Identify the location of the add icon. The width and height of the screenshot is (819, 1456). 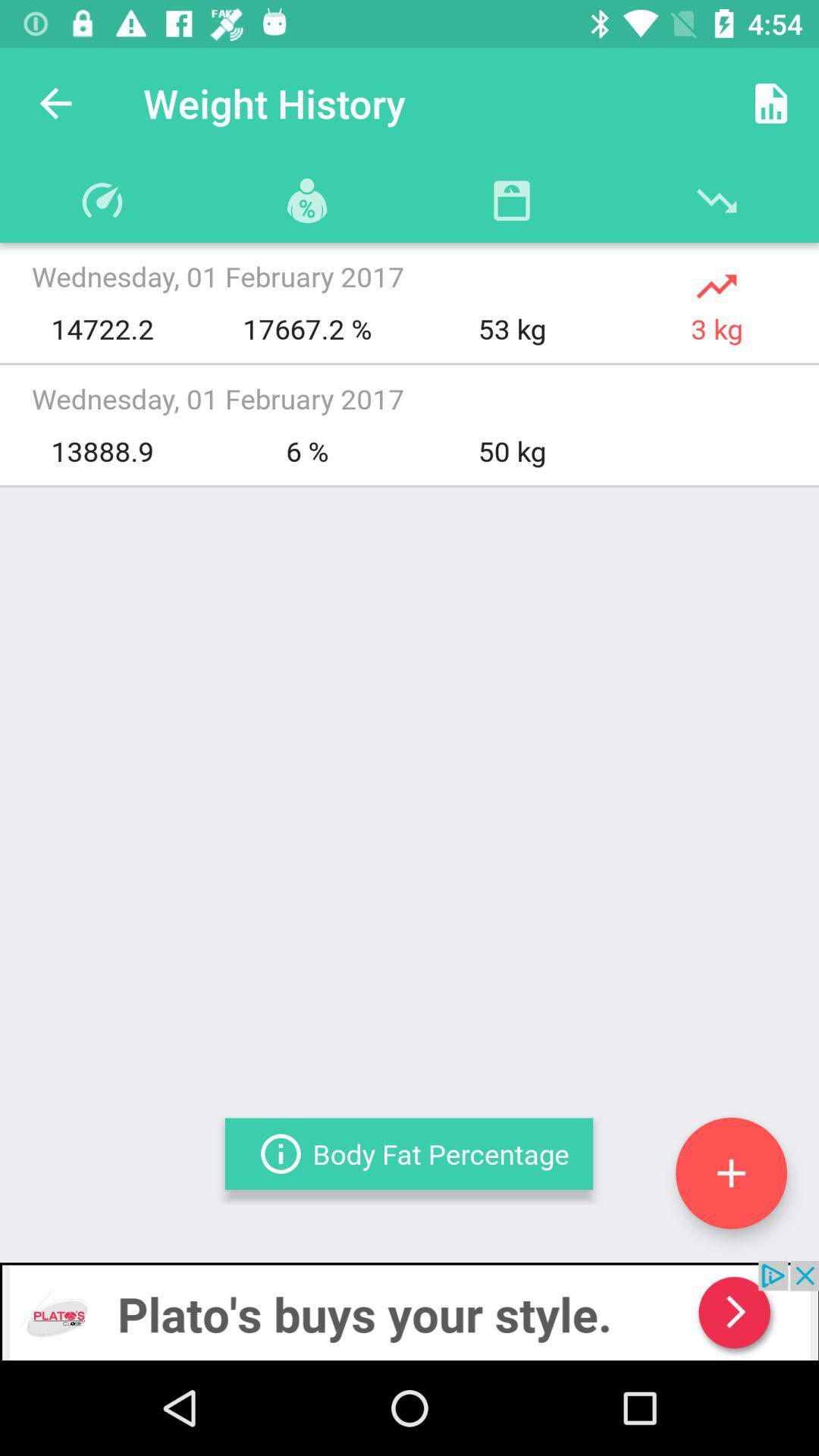
(730, 1172).